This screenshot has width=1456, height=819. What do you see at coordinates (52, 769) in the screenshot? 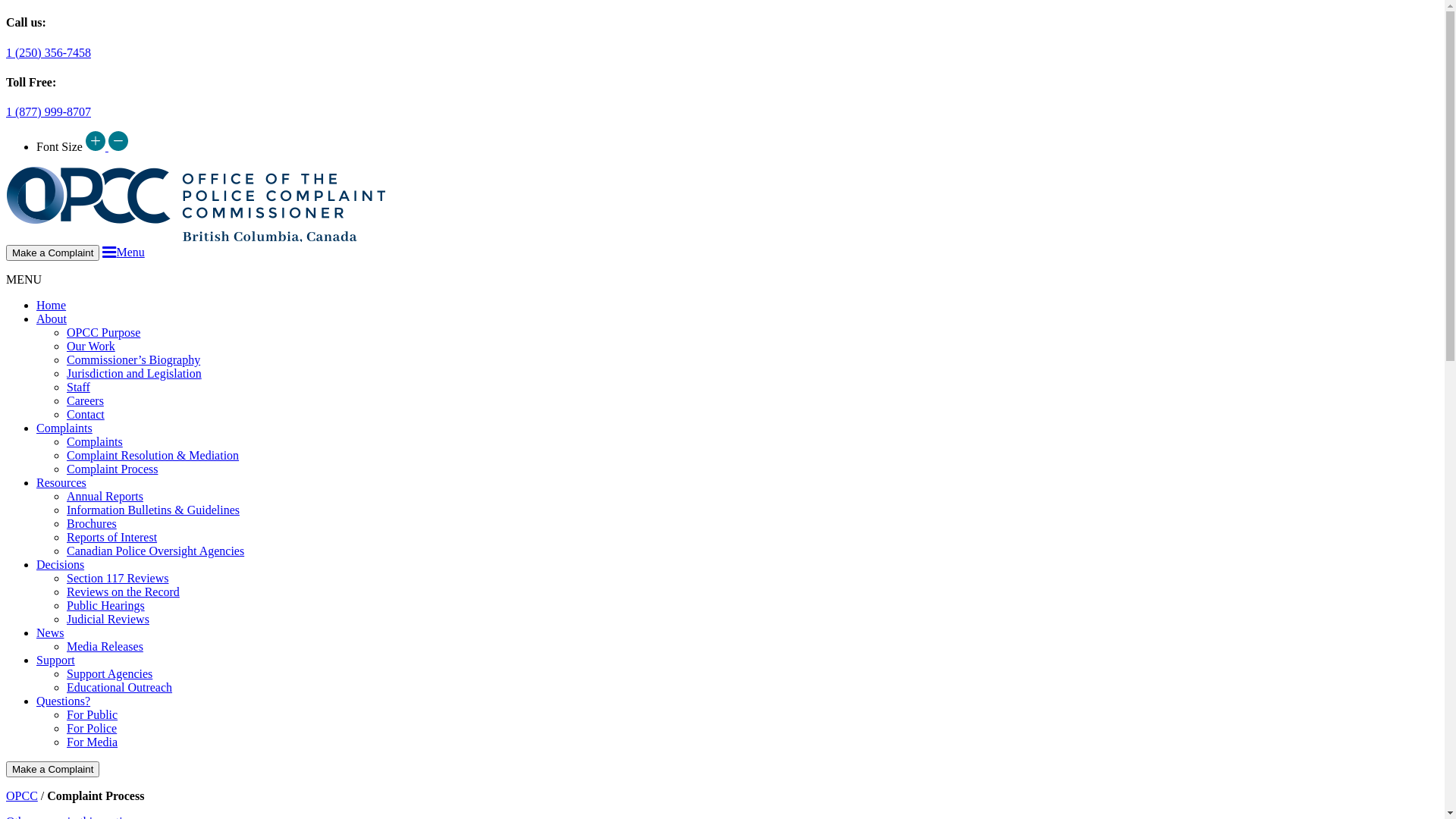
I see `'Make a Complaint'` at bounding box center [52, 769].